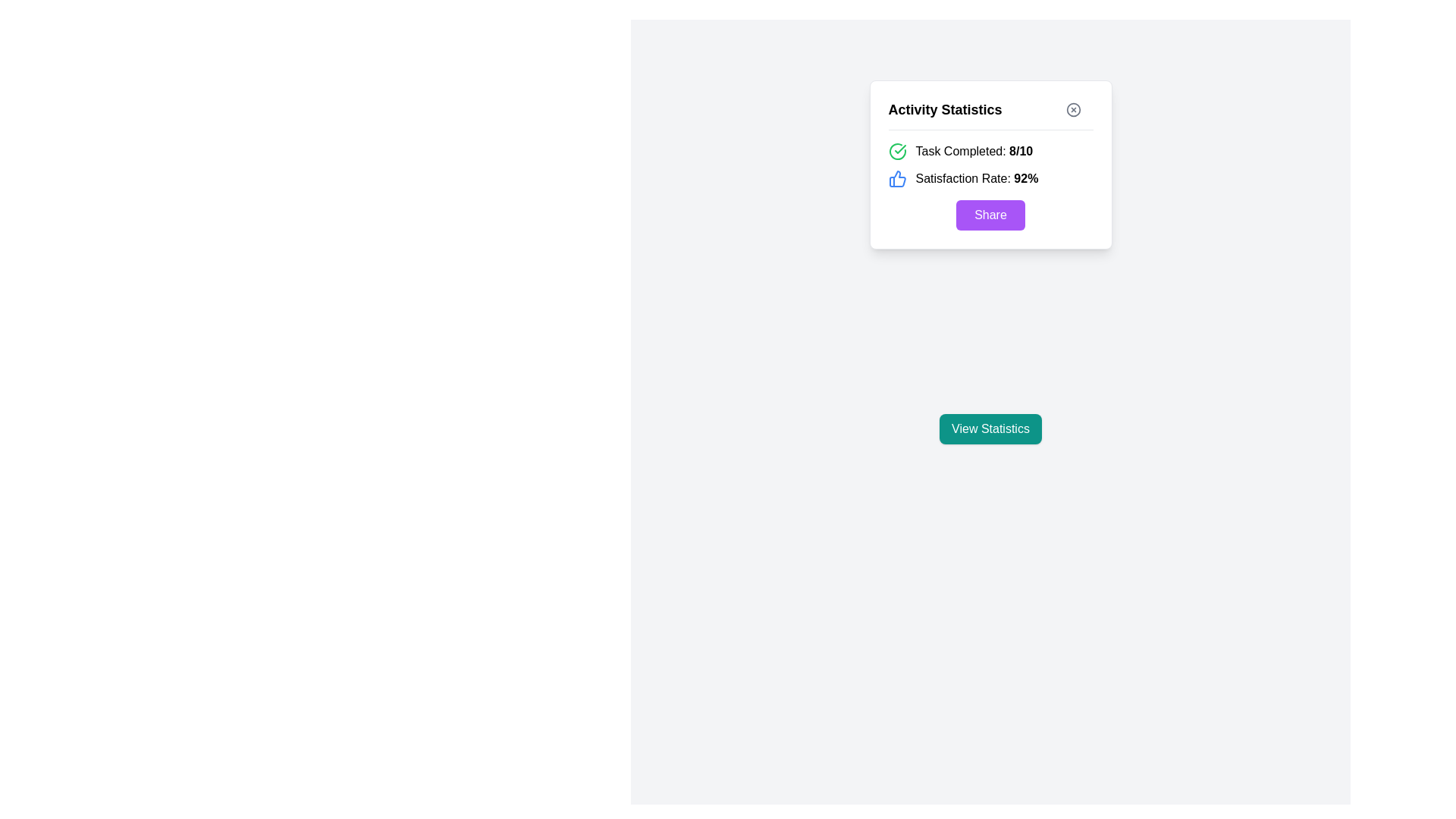 The image size is (1456, 819). What do you see at coordinates (974, 152) in the screenshot?
I see `statistic indicator label that shows the number of tasks completed out of ten, located in the 'Activity Statistics' box, positioned at the first row of text content` at bounding box center [974, 152].